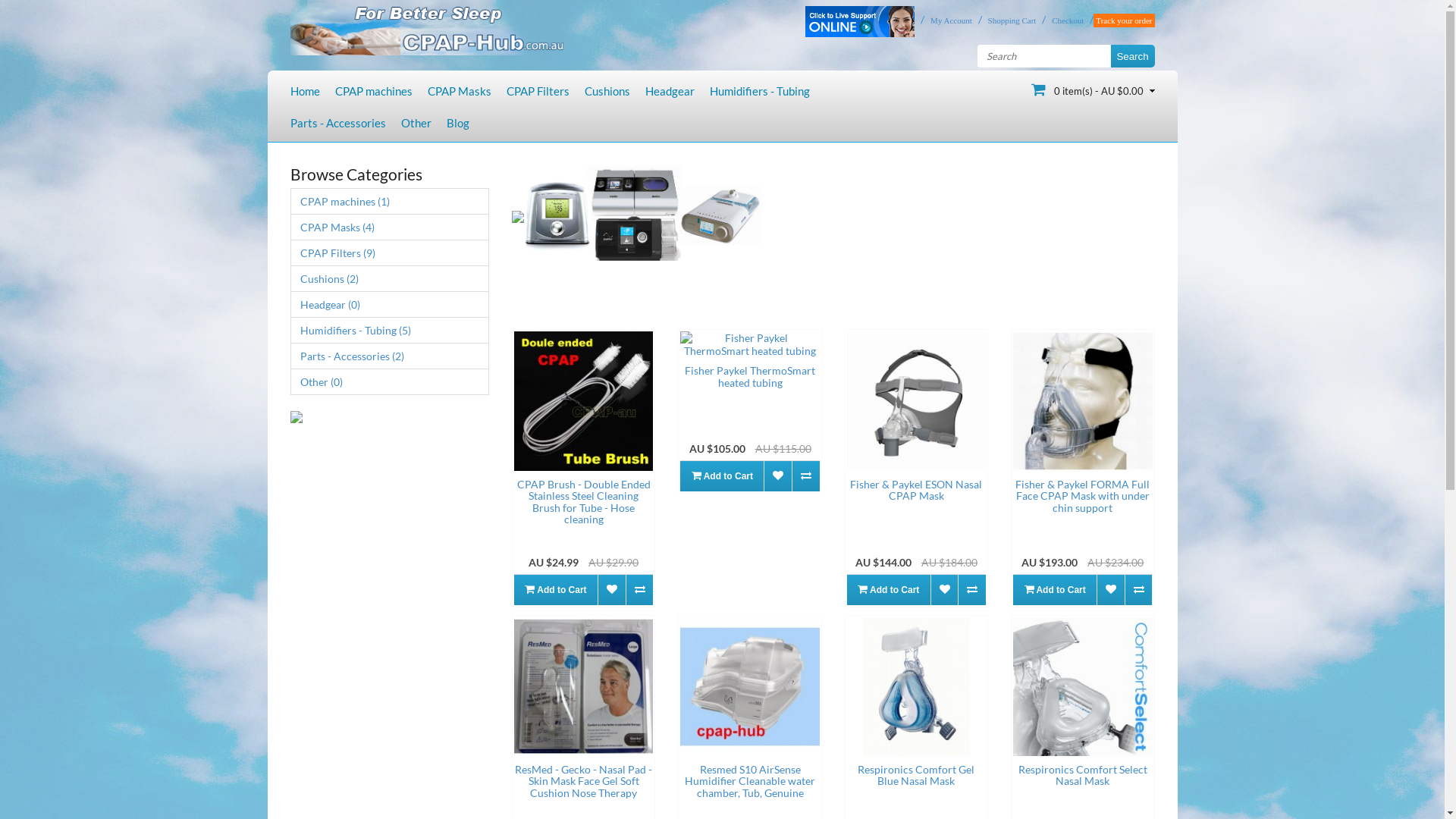 Image resolution: width=1456 pixels, height=819 pixels. Describe the element at coordinates (425, 27) in the screenshot. I see `'Cpap-Hub'` at that location.